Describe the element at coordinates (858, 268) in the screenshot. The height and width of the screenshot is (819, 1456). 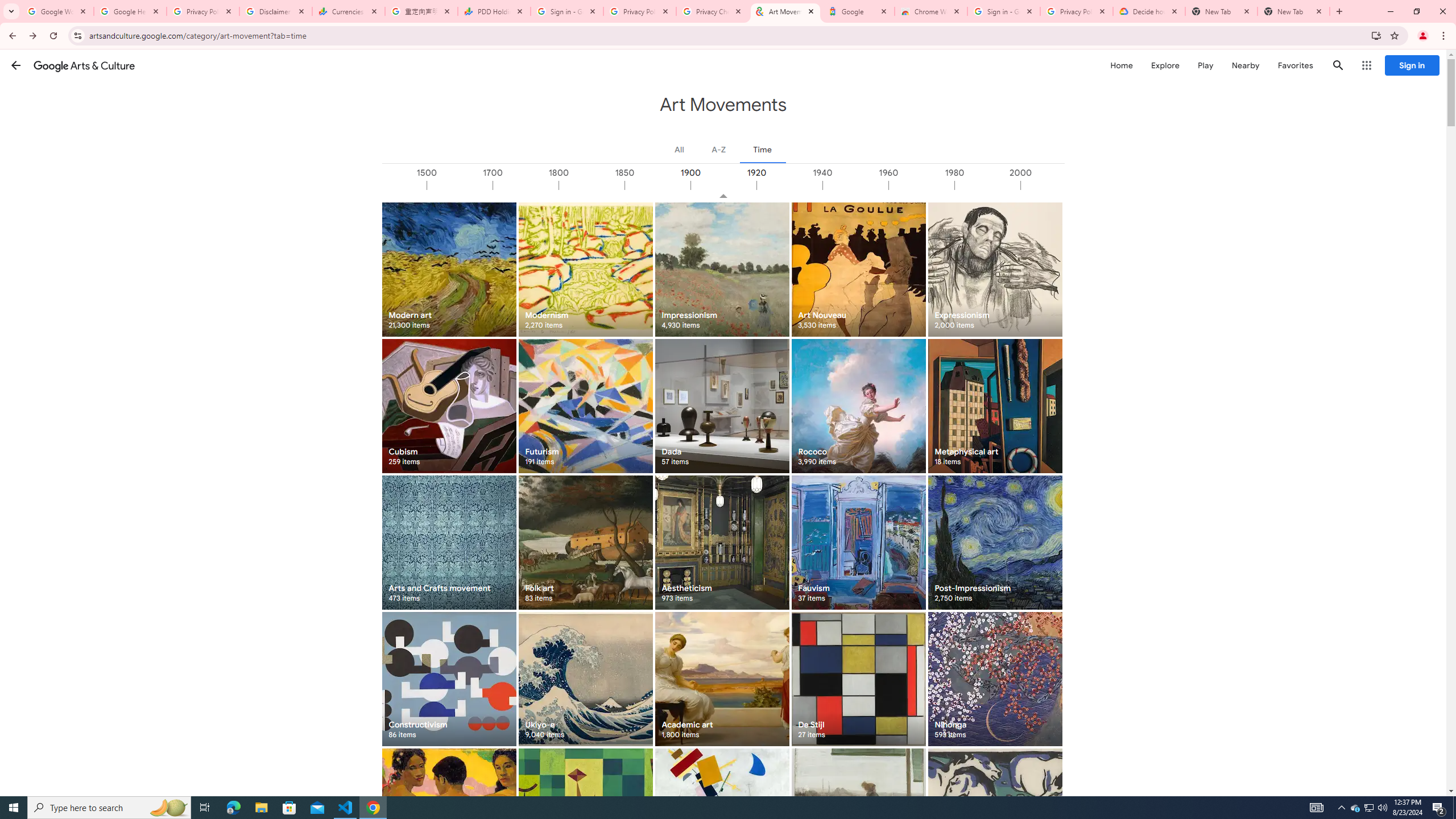
I see `'Art Nouveau 3,530 items'` at that location.